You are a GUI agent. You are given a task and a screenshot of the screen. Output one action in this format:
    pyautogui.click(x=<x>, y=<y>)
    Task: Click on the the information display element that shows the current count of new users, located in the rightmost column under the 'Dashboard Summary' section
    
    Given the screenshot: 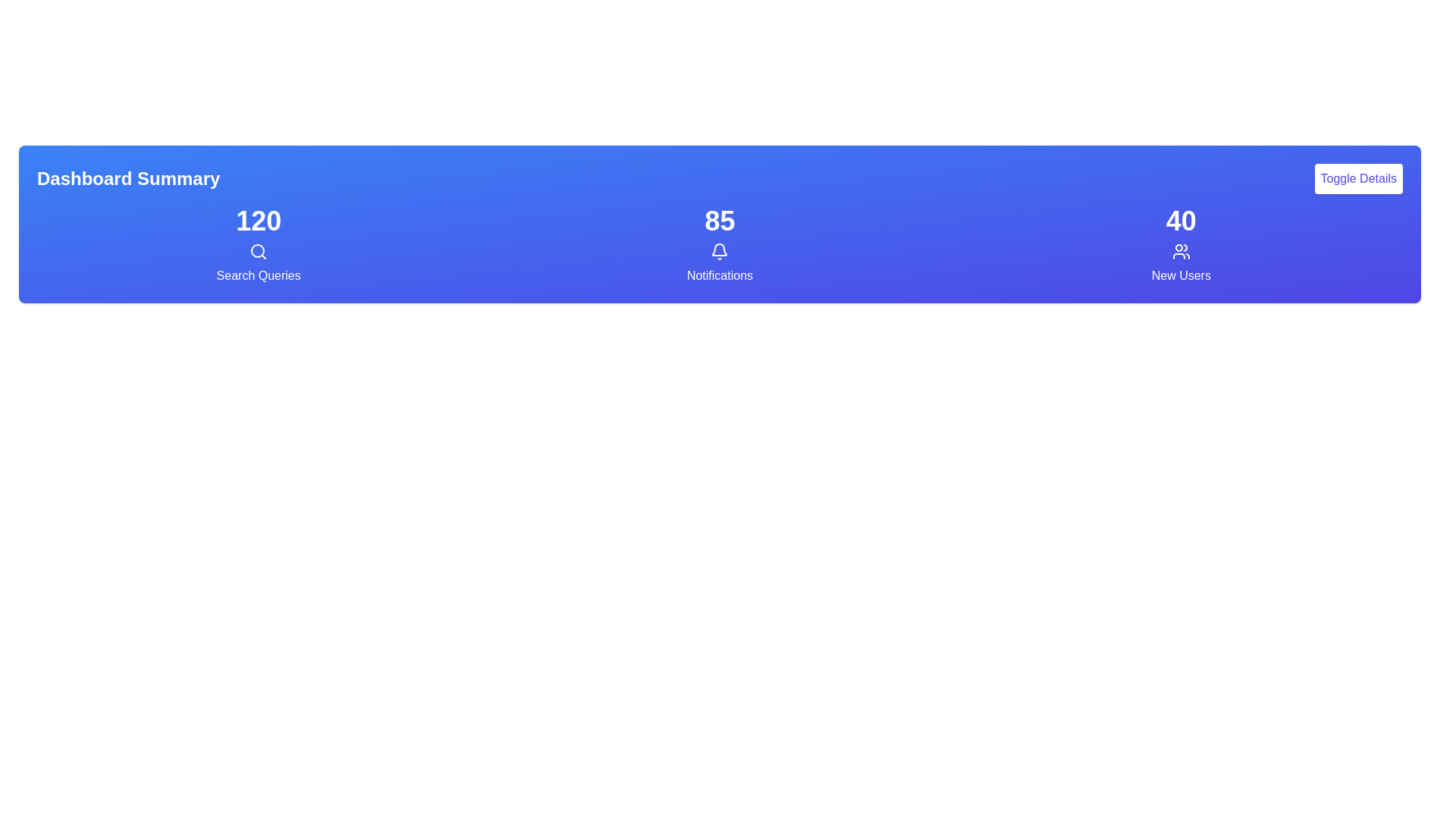 What is the action you would take?
    pyautogui.click(x=1180, y=245)
    